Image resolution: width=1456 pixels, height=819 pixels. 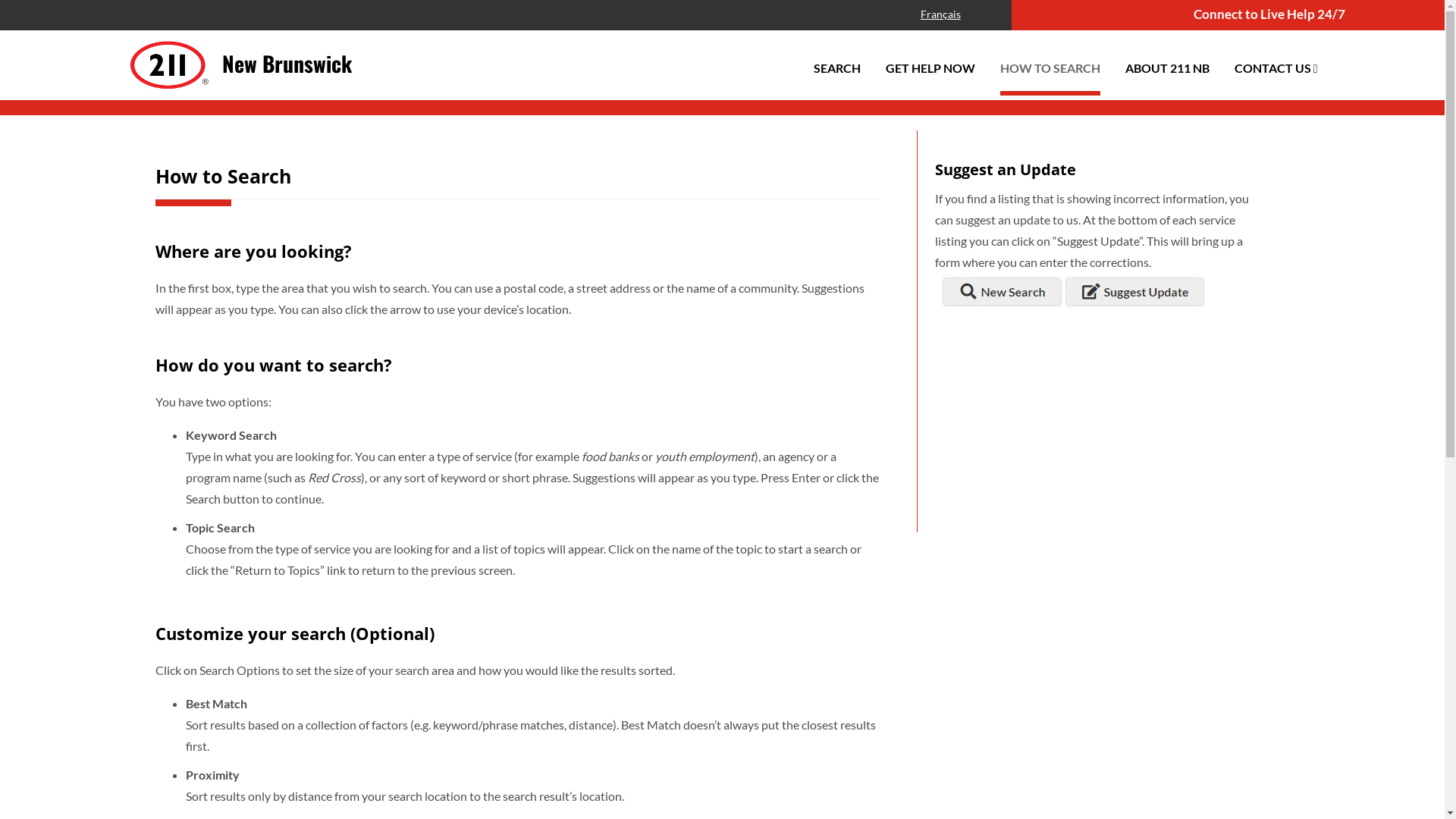 I want to click on 'ABOUT 211 NB', so click(x=1166, y=67).